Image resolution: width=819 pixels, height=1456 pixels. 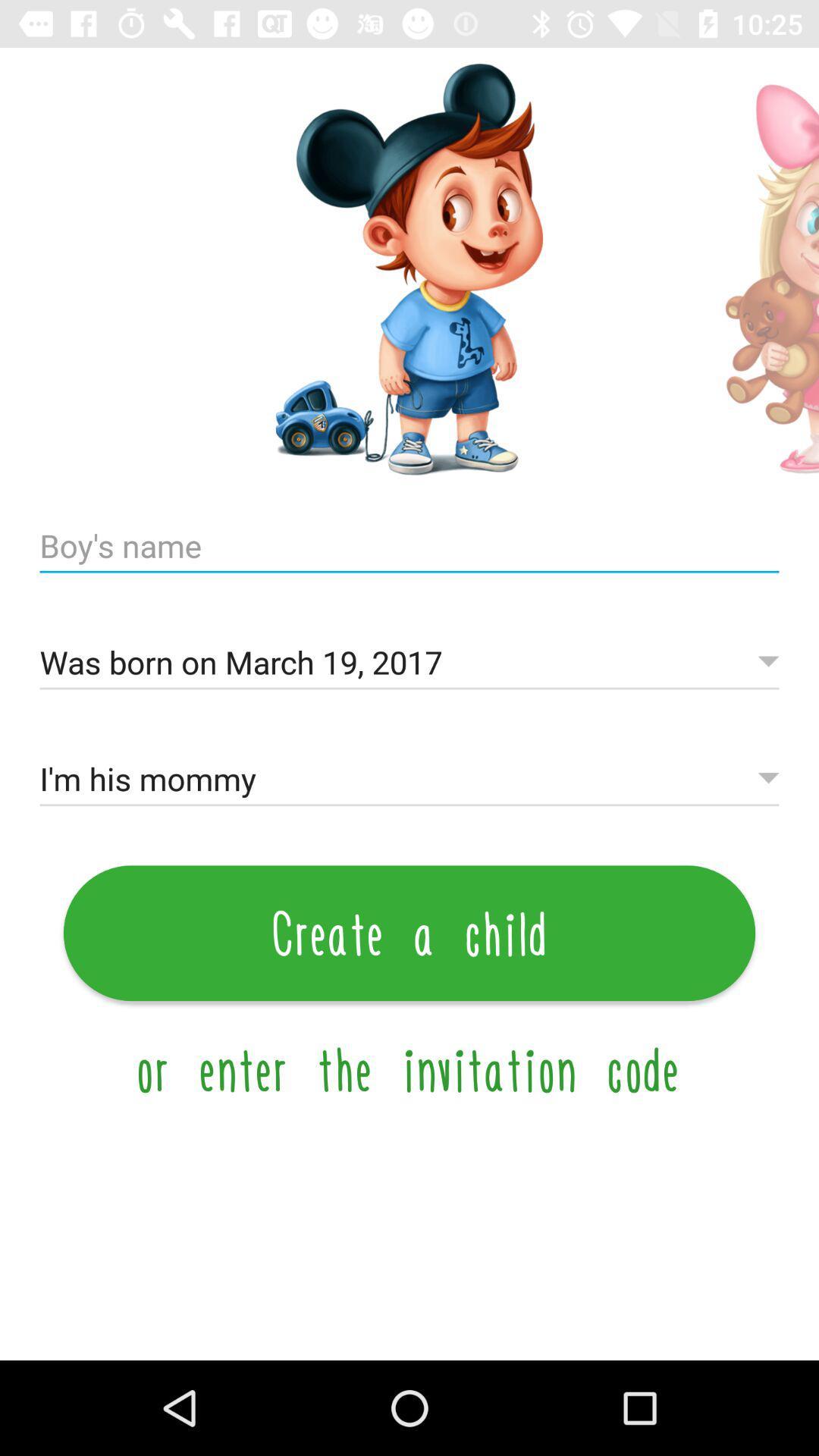 What do you see at coordinates (409, 932) in the screenshot?
I see `create a child icon` at bounding box center [409, 932].